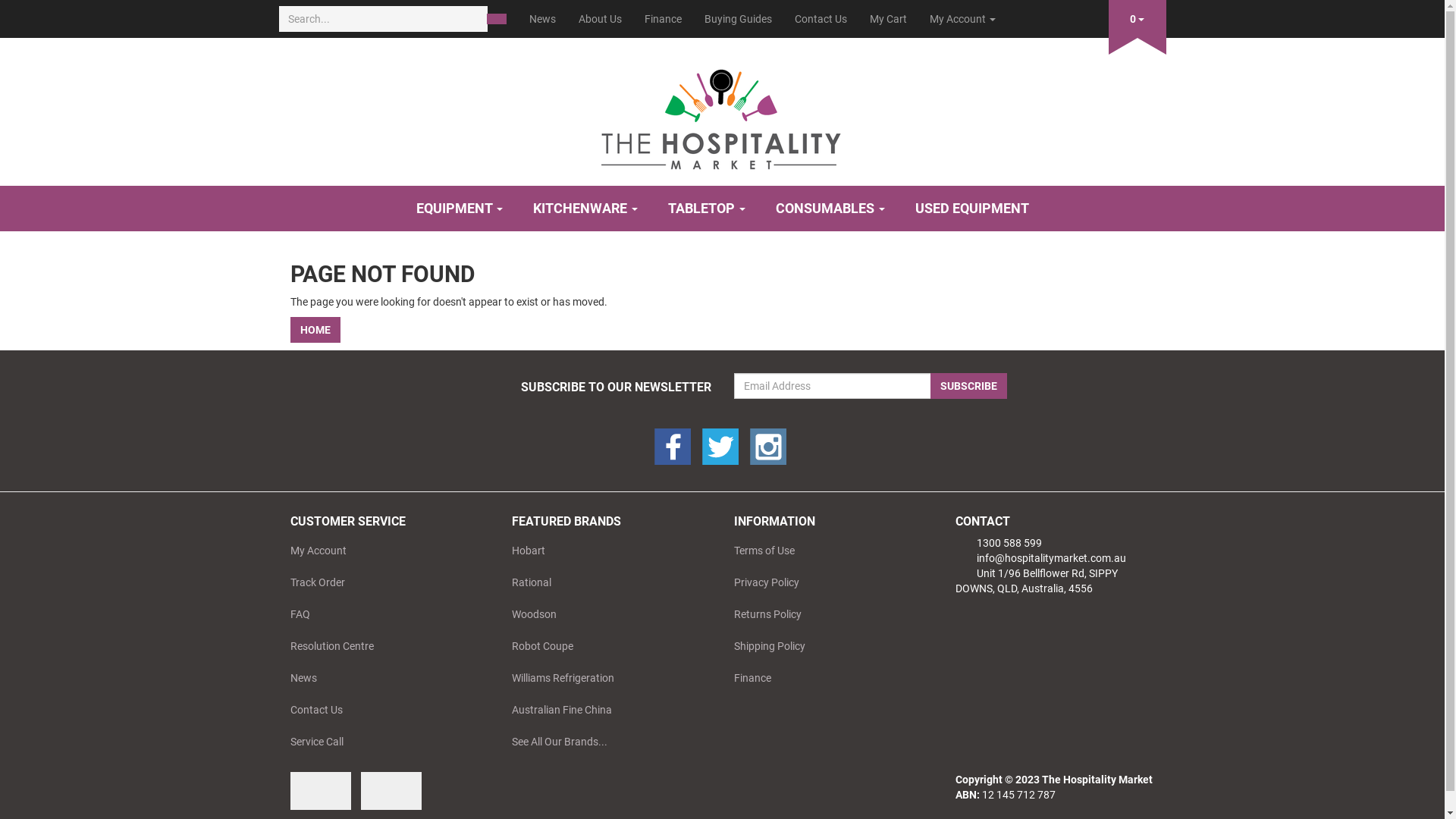 The height and width of the screenshot is (819, 1456). Describe the element at coordinates (500, 646) in the screenshot. I see `'Robot Coupe'` at that location.